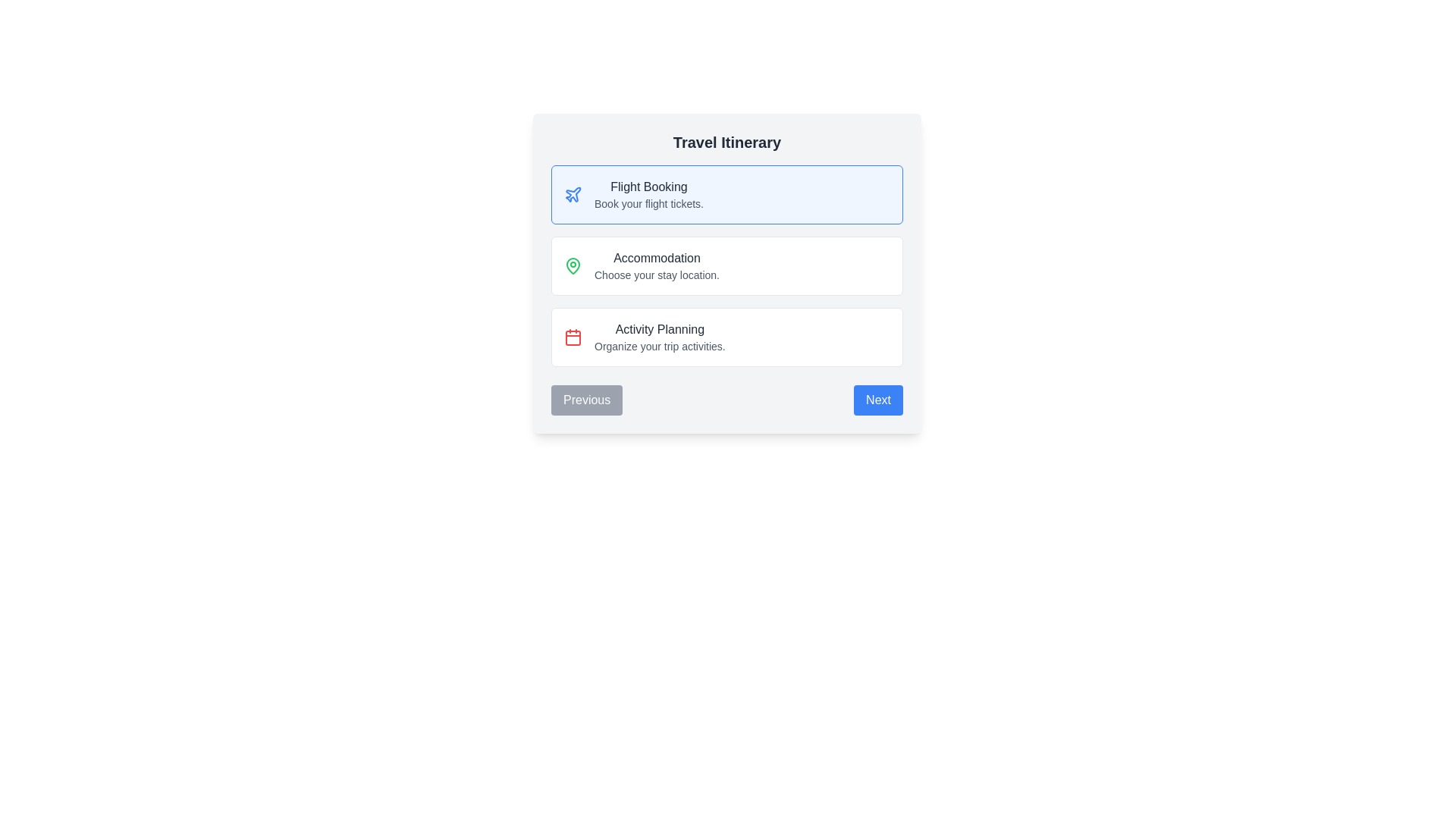  I want to click on the heading element that introduces and labels the planning activities section in the travel itinerary interface, located at the top of the section with a calendar icon, so click(660, 329).